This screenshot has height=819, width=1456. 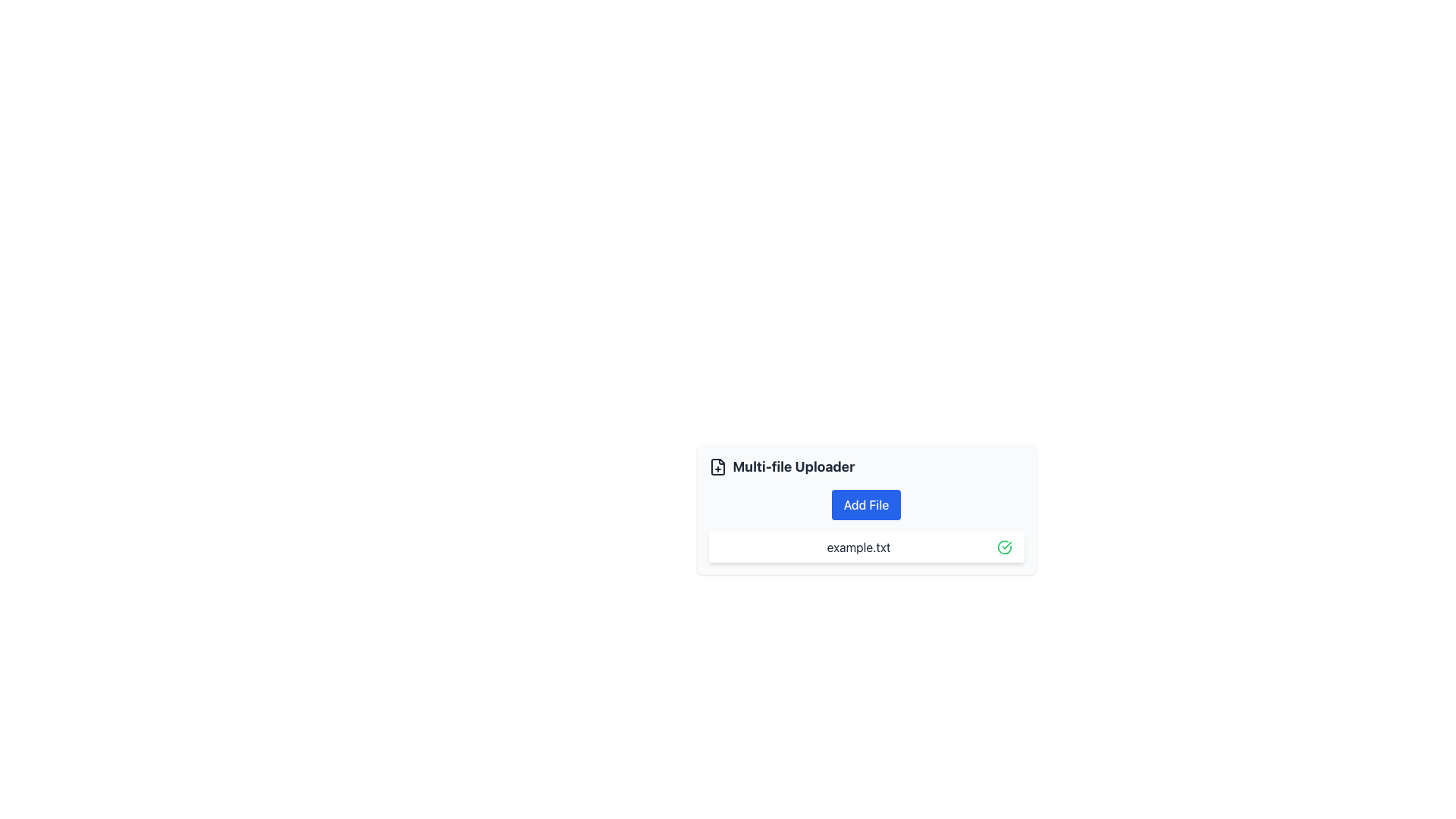 What do you see at coordinates (1004, 547) in the screenshot?
I see `the circular green status indicator icon located to the far right of the filename 'example.txt' in the file upload interface` at bounding box center [1004, 547].